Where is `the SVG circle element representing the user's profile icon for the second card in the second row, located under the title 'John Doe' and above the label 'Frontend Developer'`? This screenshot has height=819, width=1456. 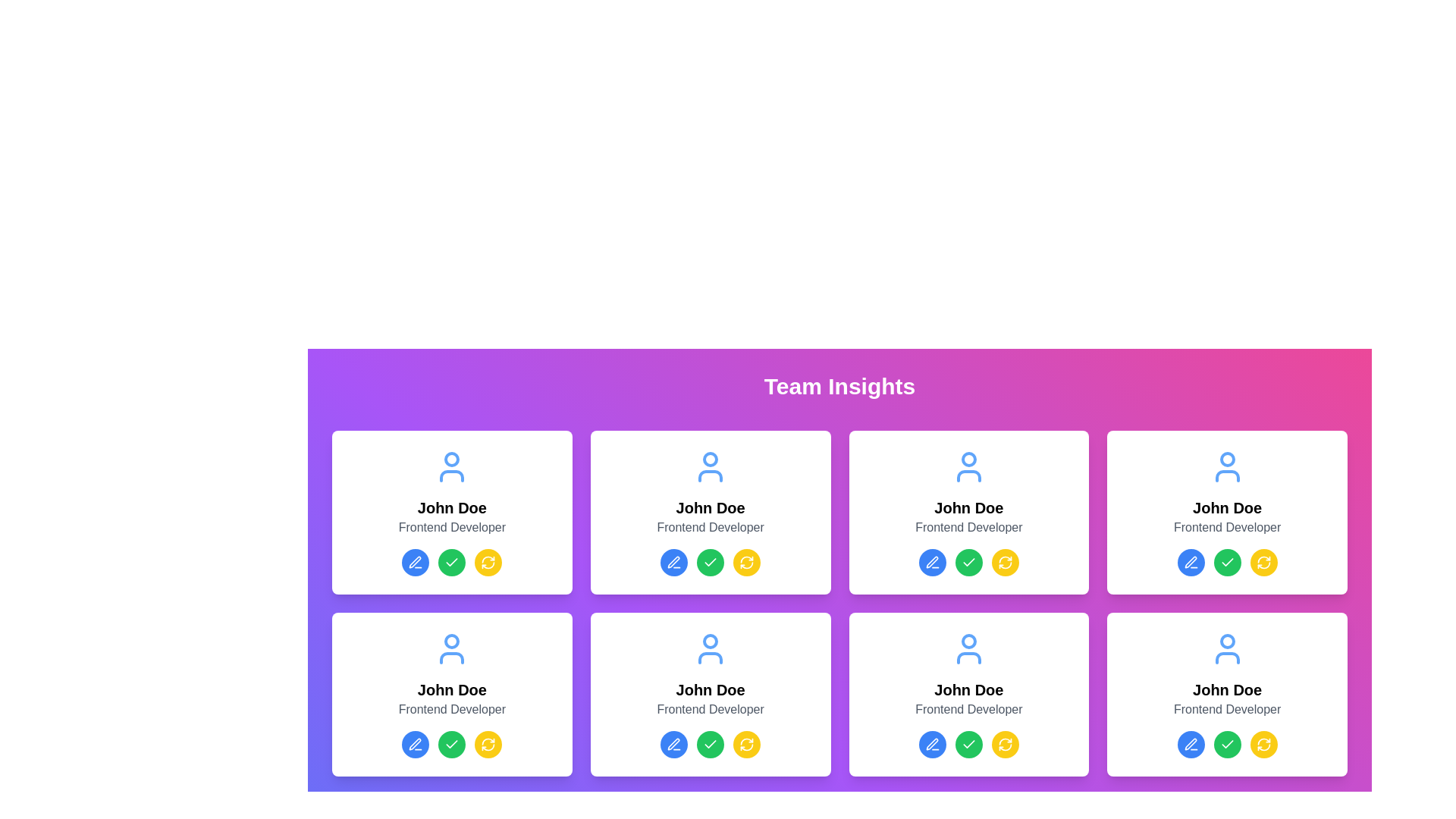
the SVG circle element representing the user's profile icon for the second card in the second row, located under the title 'John Doe' and above the label 'Frontend Developer' is located at coordinates (968, 458).